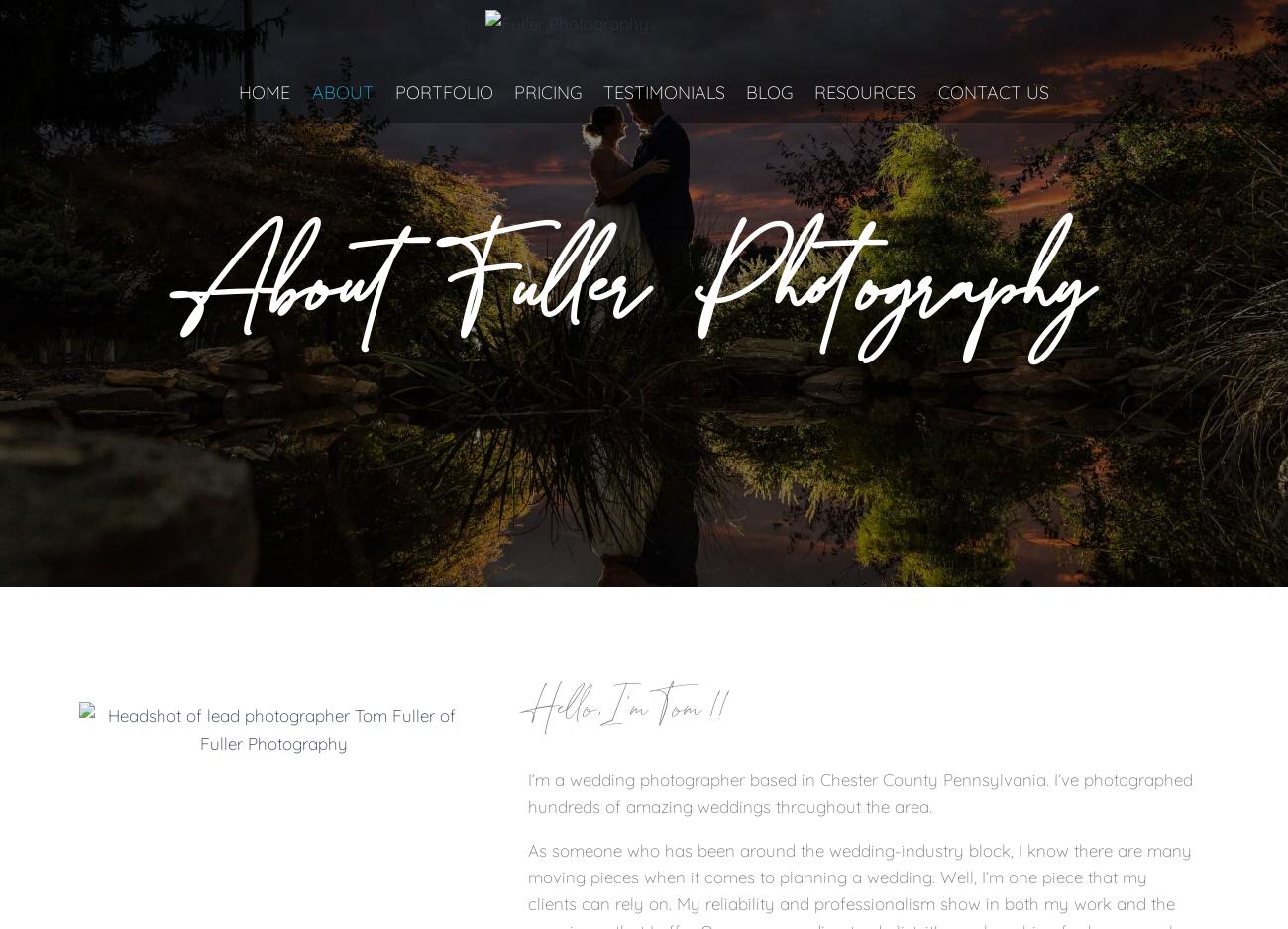 The width and height of the screenshot is (1288, 929). Describe the element at coordinates (442, 92) in the screenshot. I see `'Portfolio'` at that location.